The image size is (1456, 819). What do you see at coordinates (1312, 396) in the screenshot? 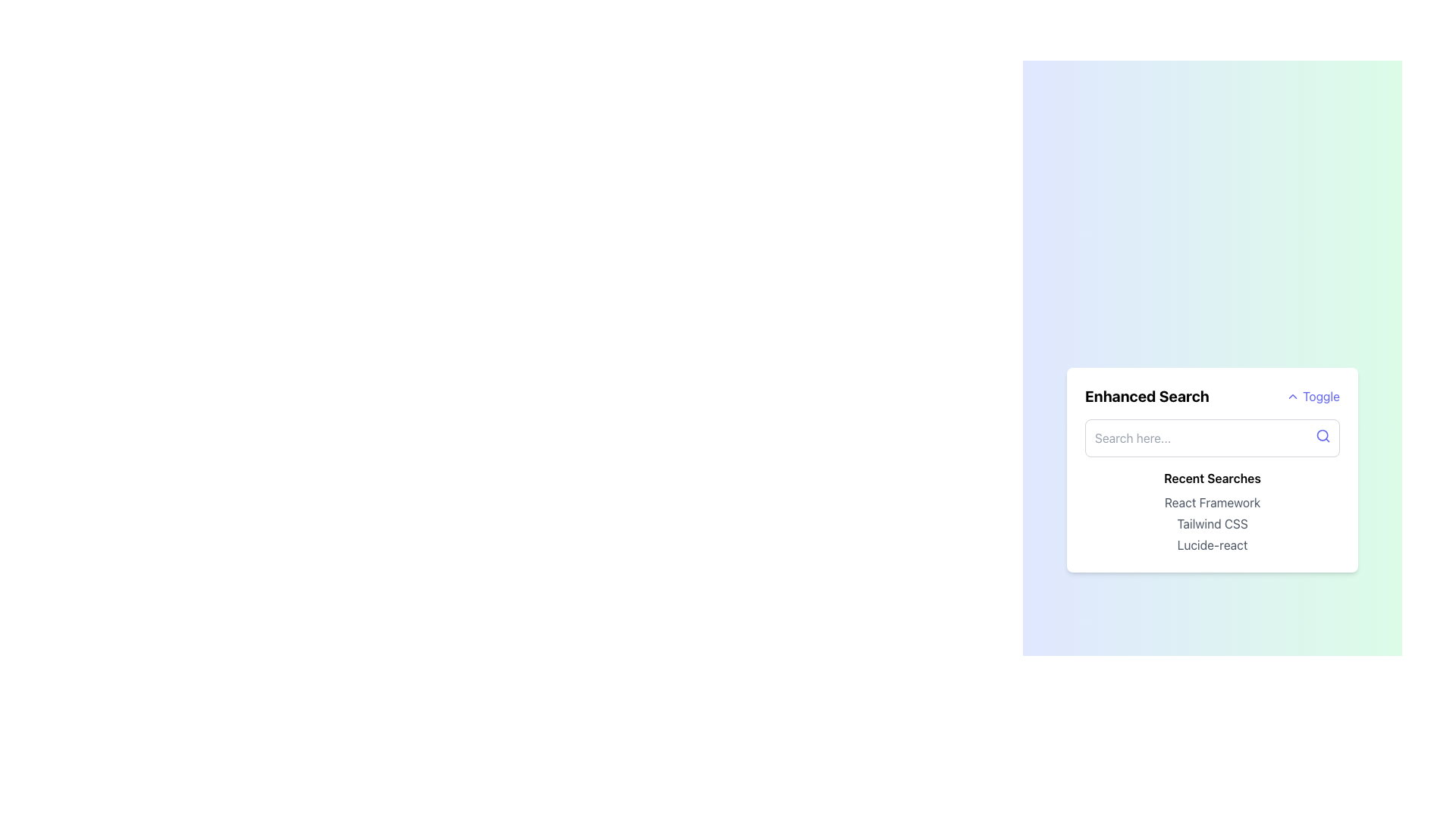
I see `the toggle button used to expand or collapse the 'Enhanced Search' panel, which is positioned to the far right in the header section` at bounding box center [1312, 396].